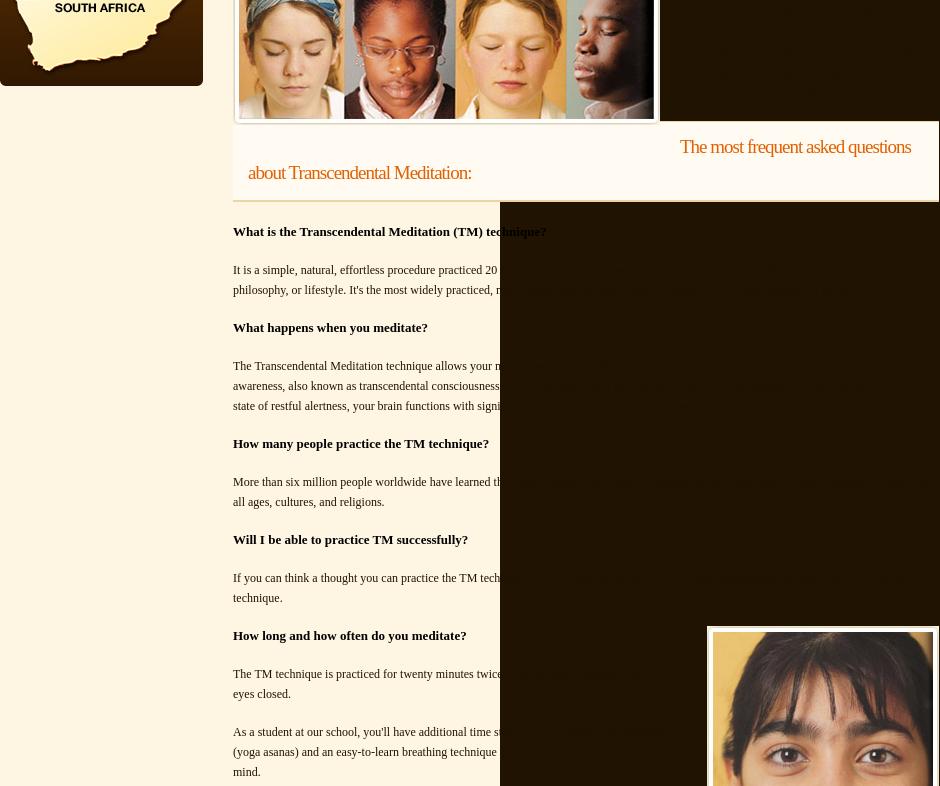 The image size is (940, 786). I want to click on 'If you can think a thought you can practice the TM technique. People from the age of 10 to 100 have successfully learned to practice the TM technique.', so click(570, 587).